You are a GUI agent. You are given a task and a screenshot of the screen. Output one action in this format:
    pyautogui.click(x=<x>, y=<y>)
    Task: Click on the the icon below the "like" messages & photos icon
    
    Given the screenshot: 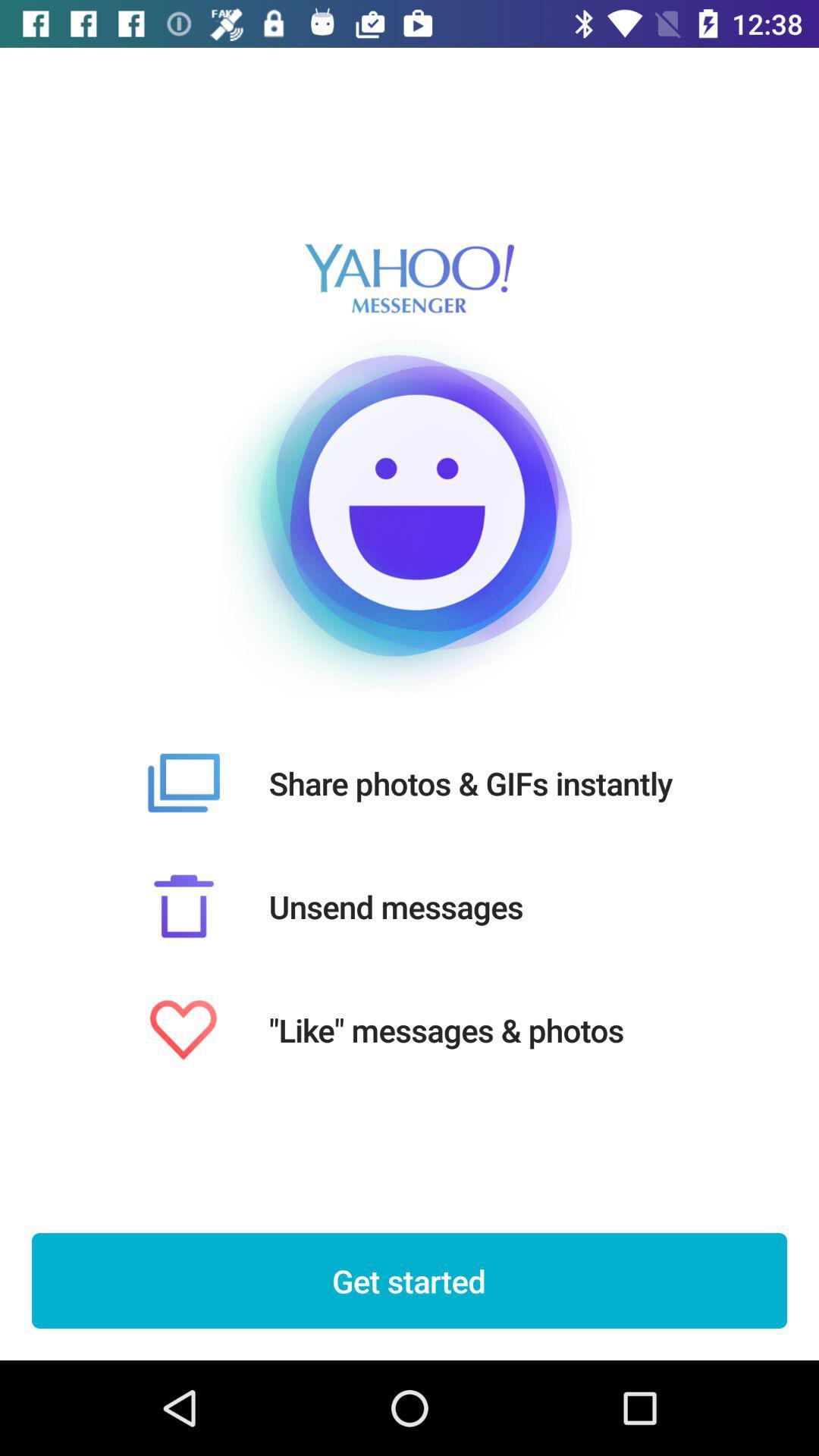 What is the action you would take?
    pyautogui.click(x=409, y=1280)
    